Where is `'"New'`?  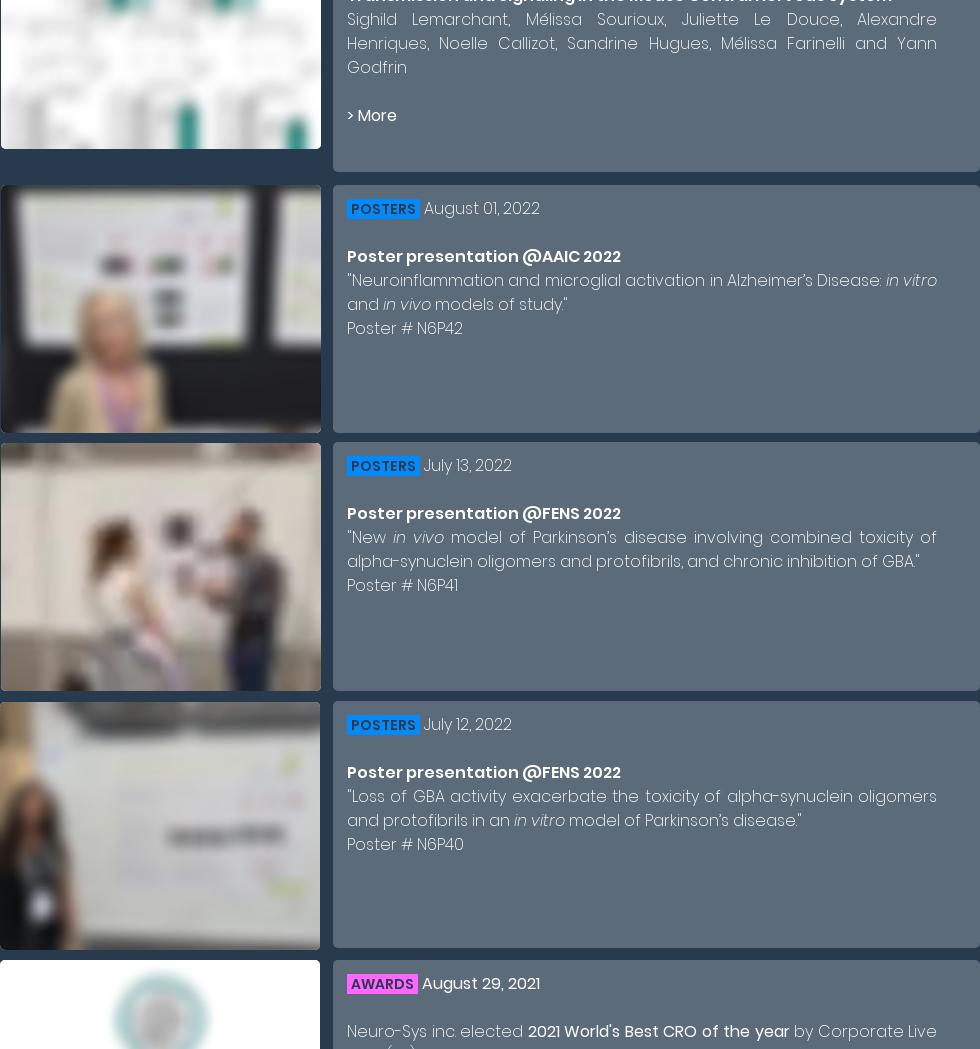 '"New' is located at coordinates (370, 537).